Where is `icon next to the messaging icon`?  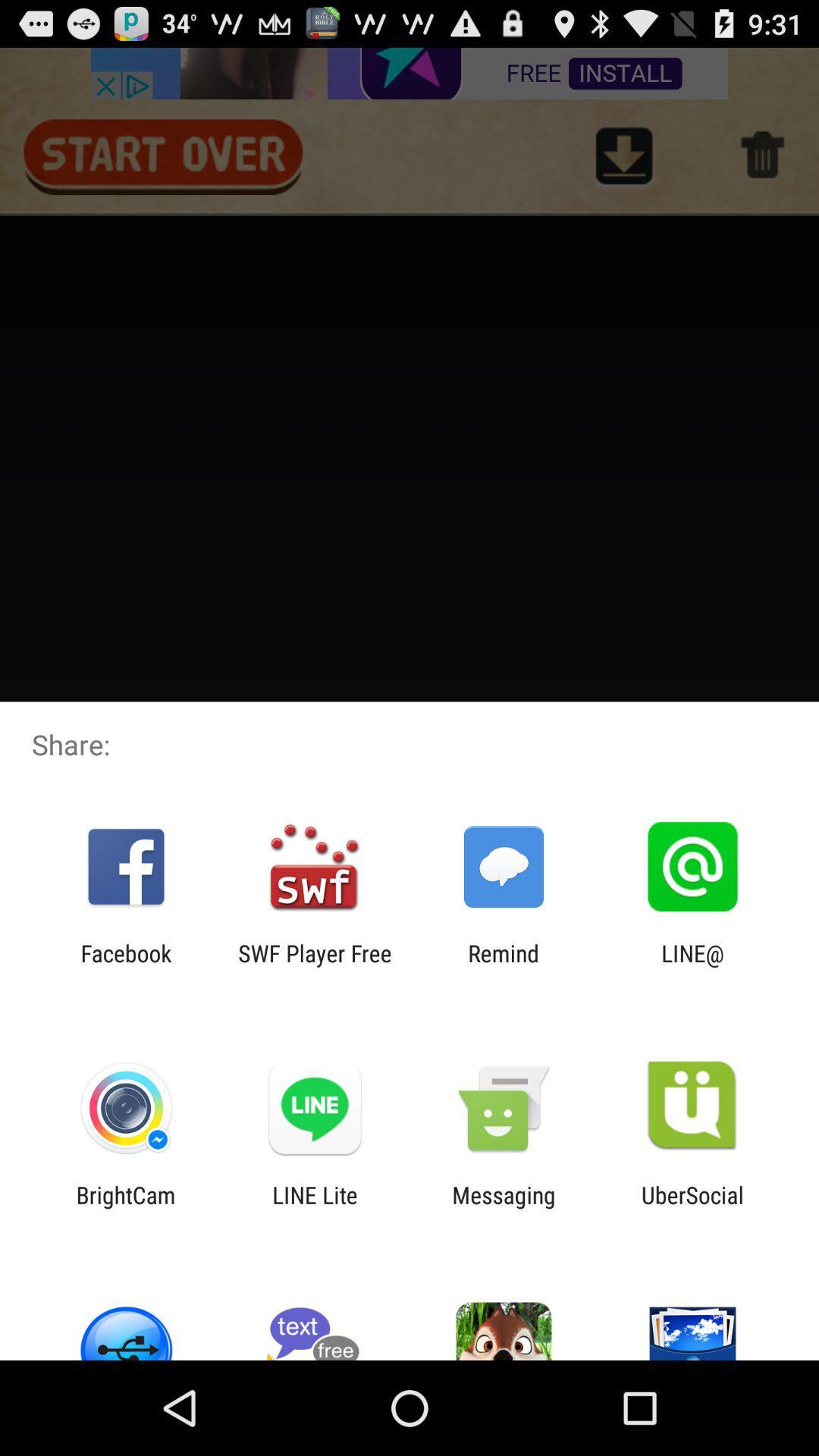
icon next to the messaging icon is located at coordinates (692, 1207).